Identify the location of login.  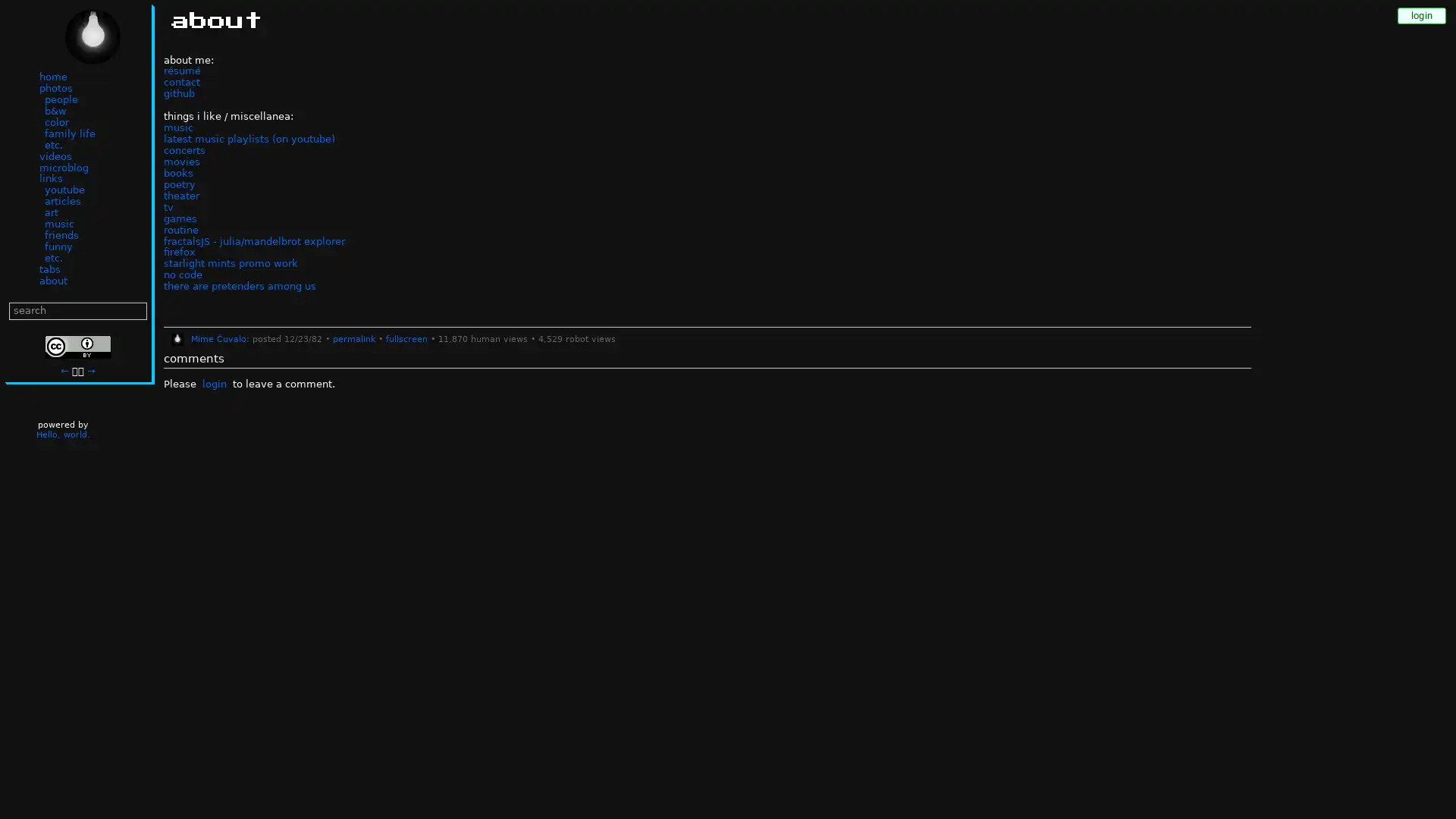
(213, 384).